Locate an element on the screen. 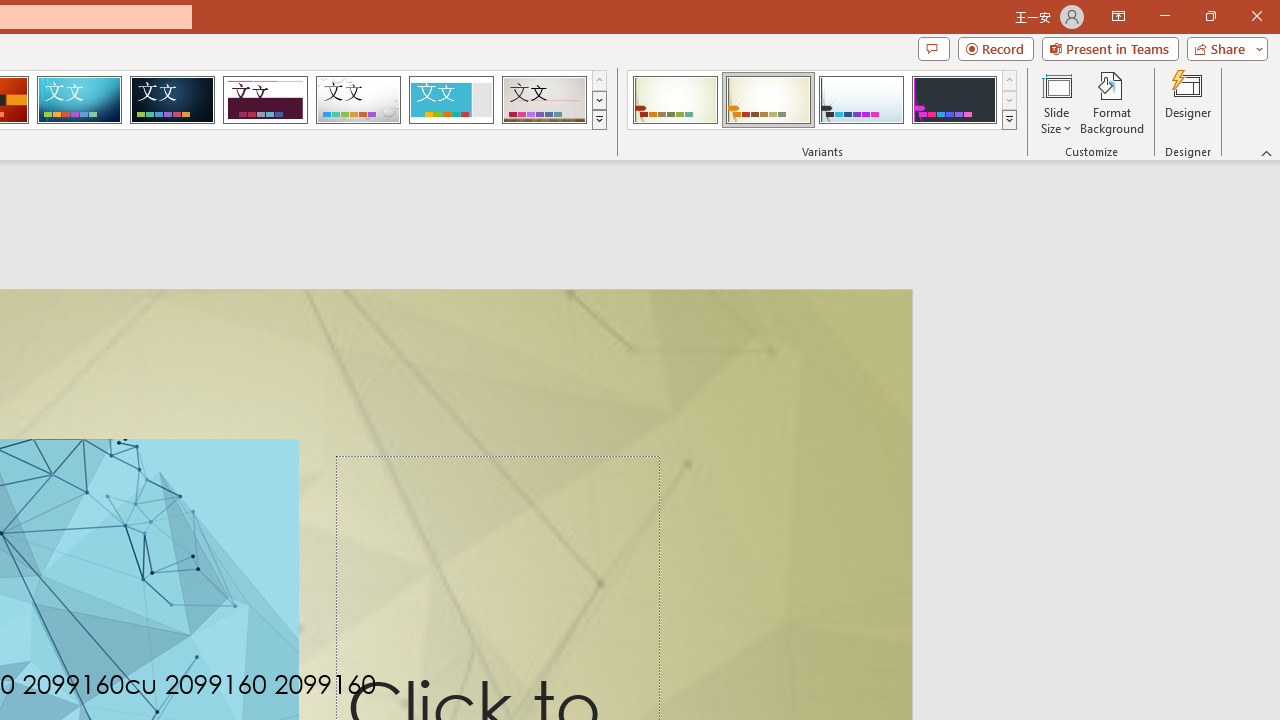 The height and width of the screenshot is (720, 1280). 'Variants' is located at coordinates (1009, 120).